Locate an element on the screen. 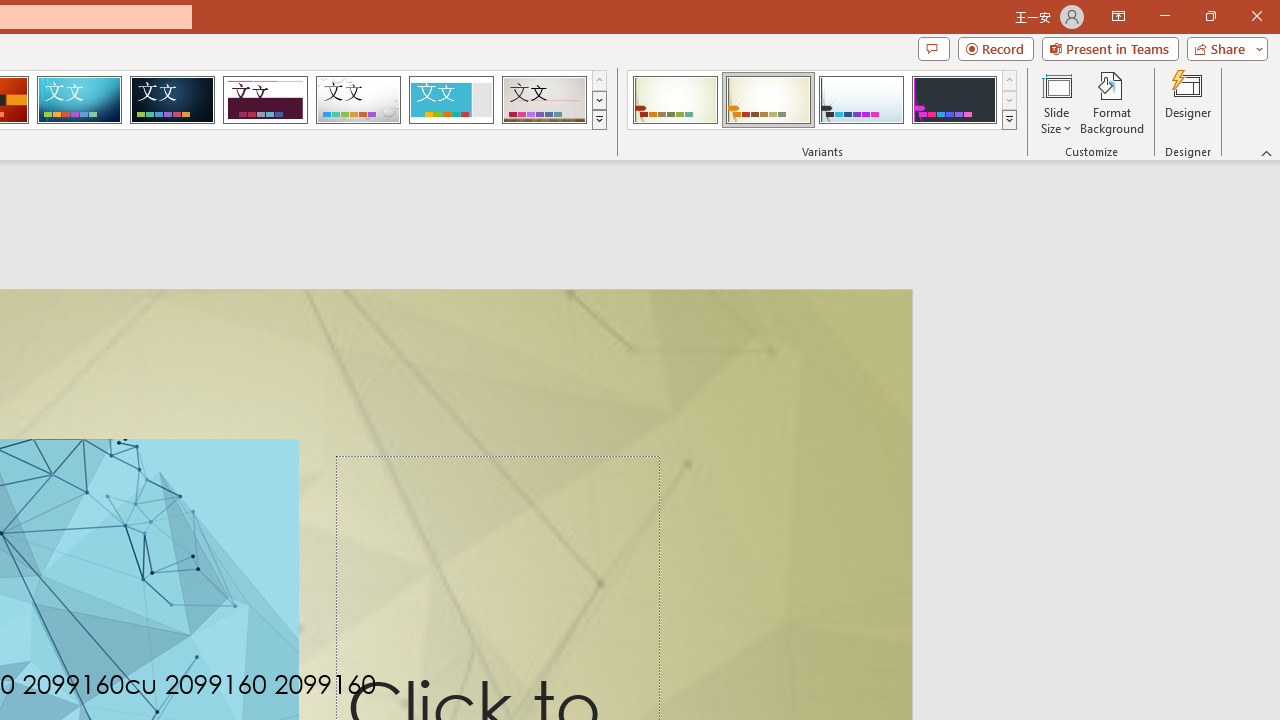 The height and width of the screenshot is (720, 1280). 'Variants' is located at coordinates (1009, 120).